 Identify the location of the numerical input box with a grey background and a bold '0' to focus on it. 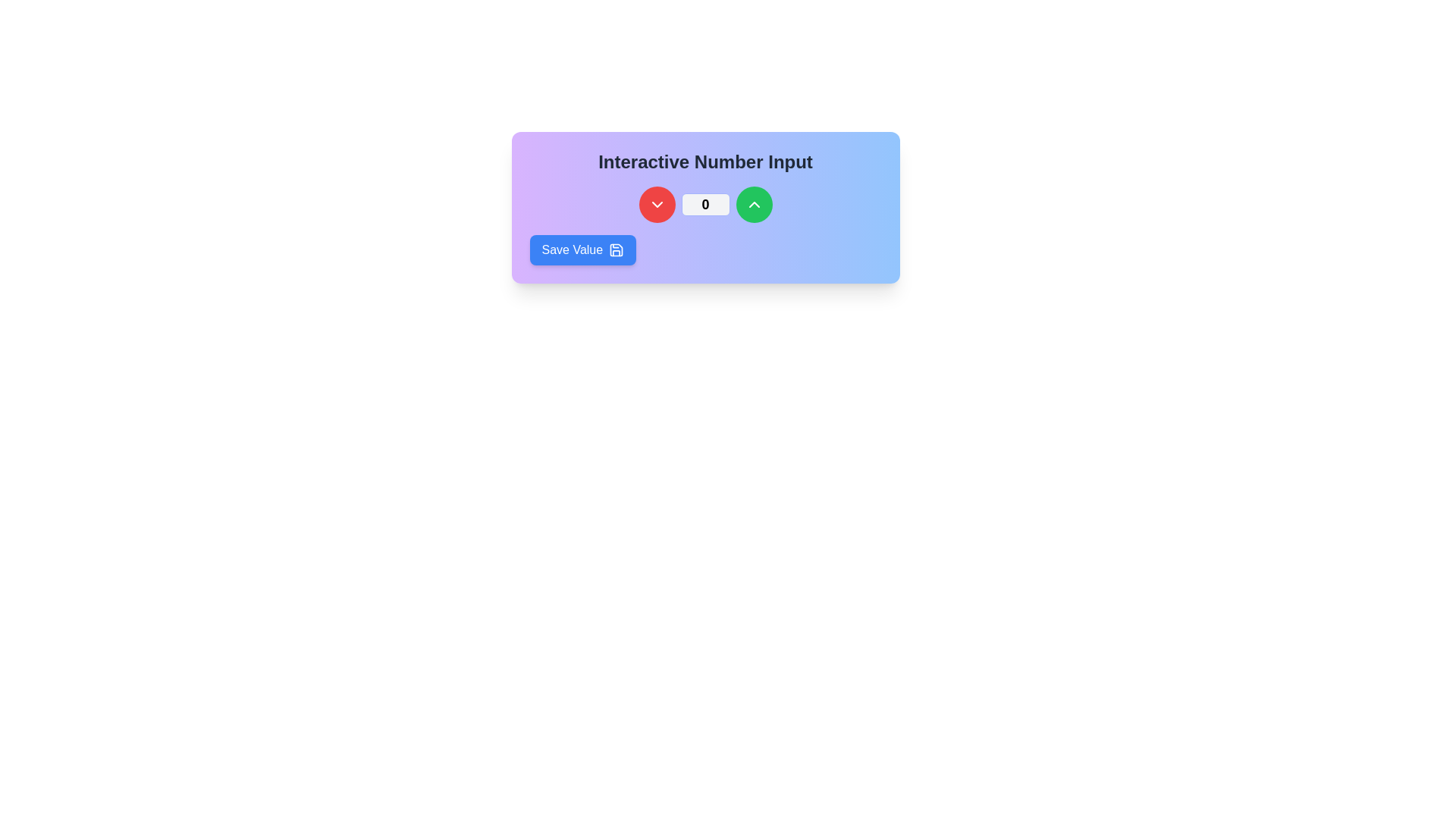
(704, 205).